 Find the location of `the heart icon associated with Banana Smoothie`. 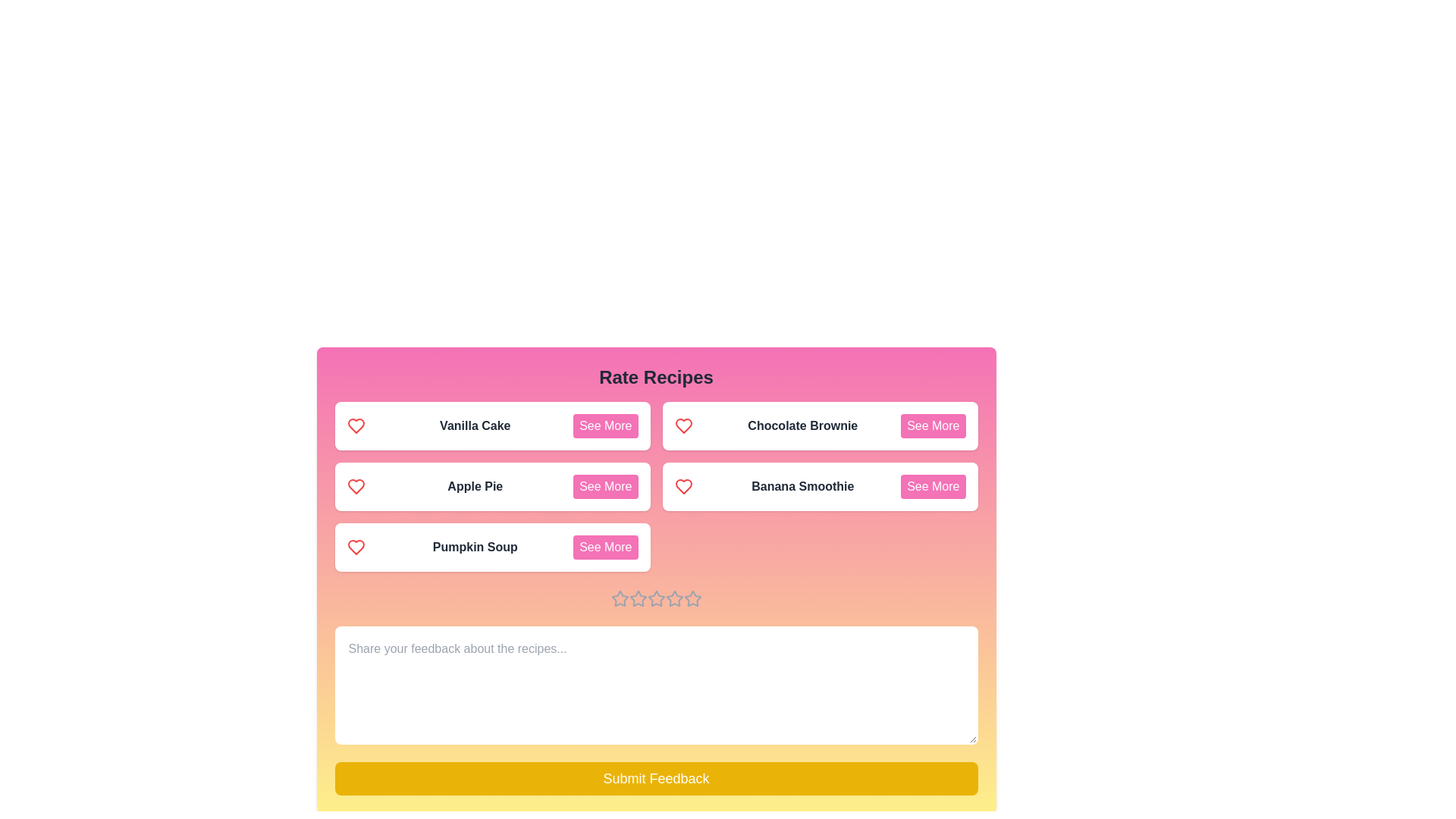

the heart icon associated with Banana Smoothie is located at coordinates (682, 486).